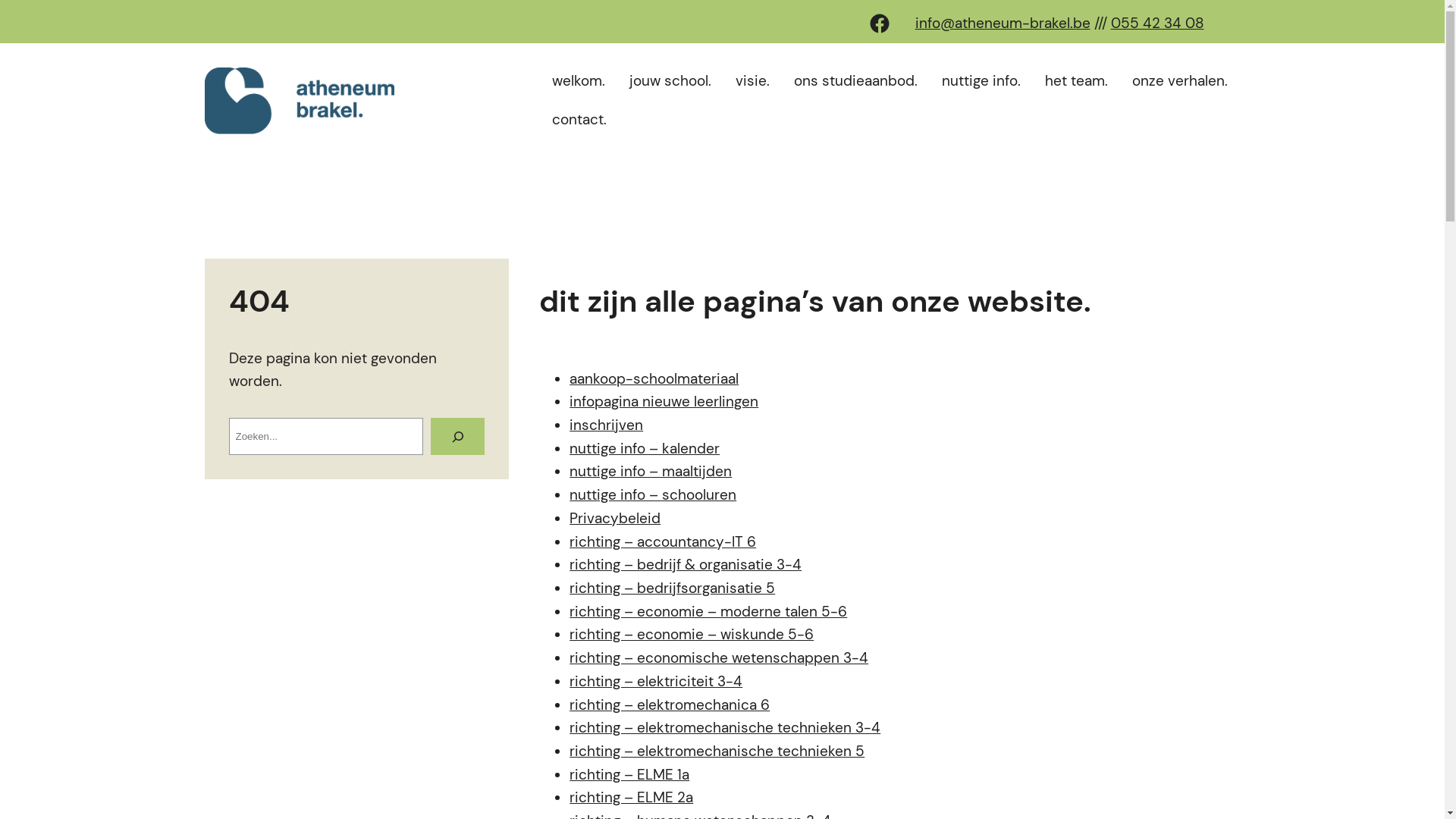  Describe the element at coordinates (981, 81) in the screenshot. I see `'nuttige info.'` at that location.